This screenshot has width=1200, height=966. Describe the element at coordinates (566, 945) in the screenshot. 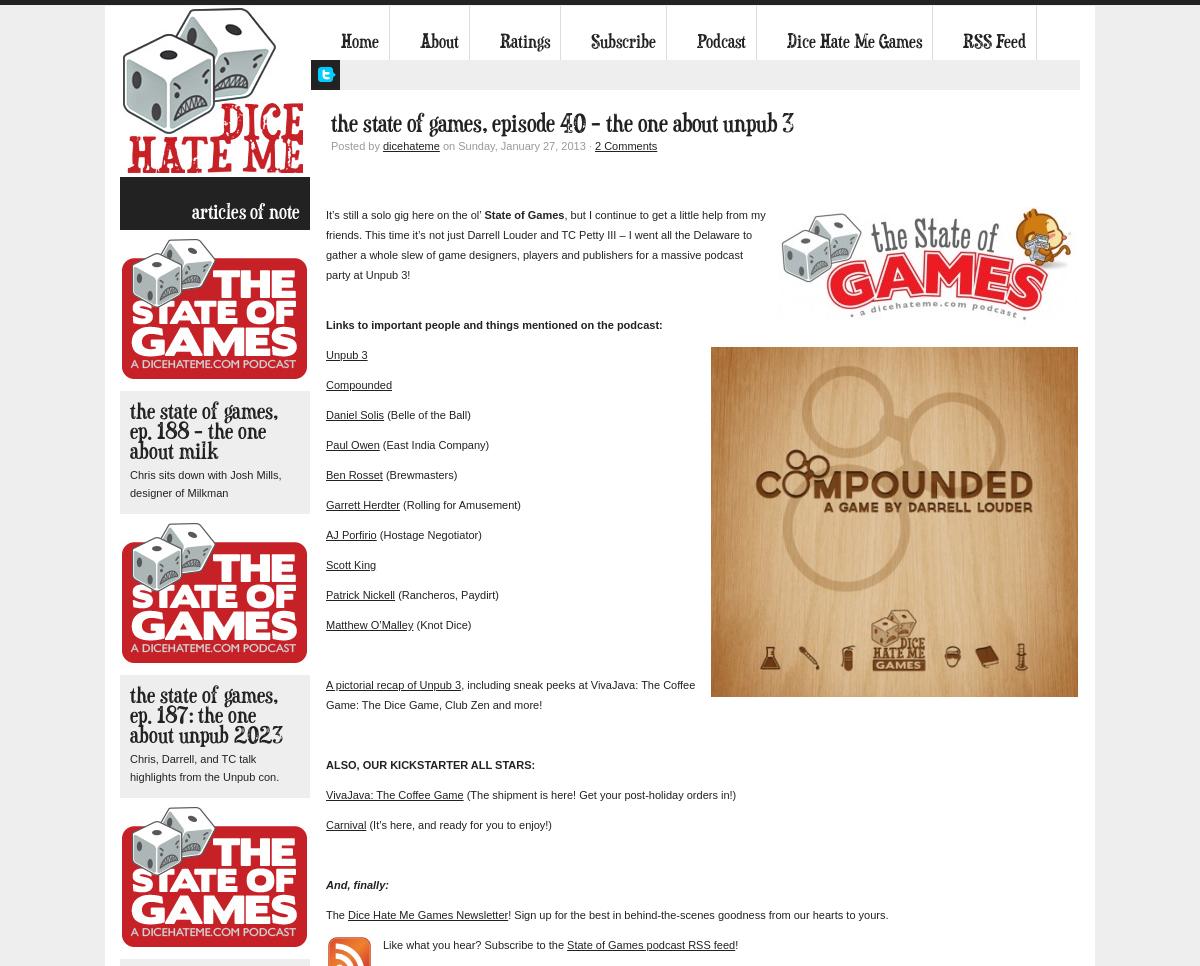

I see `'State of Games podcast RSS feed'` at that location.